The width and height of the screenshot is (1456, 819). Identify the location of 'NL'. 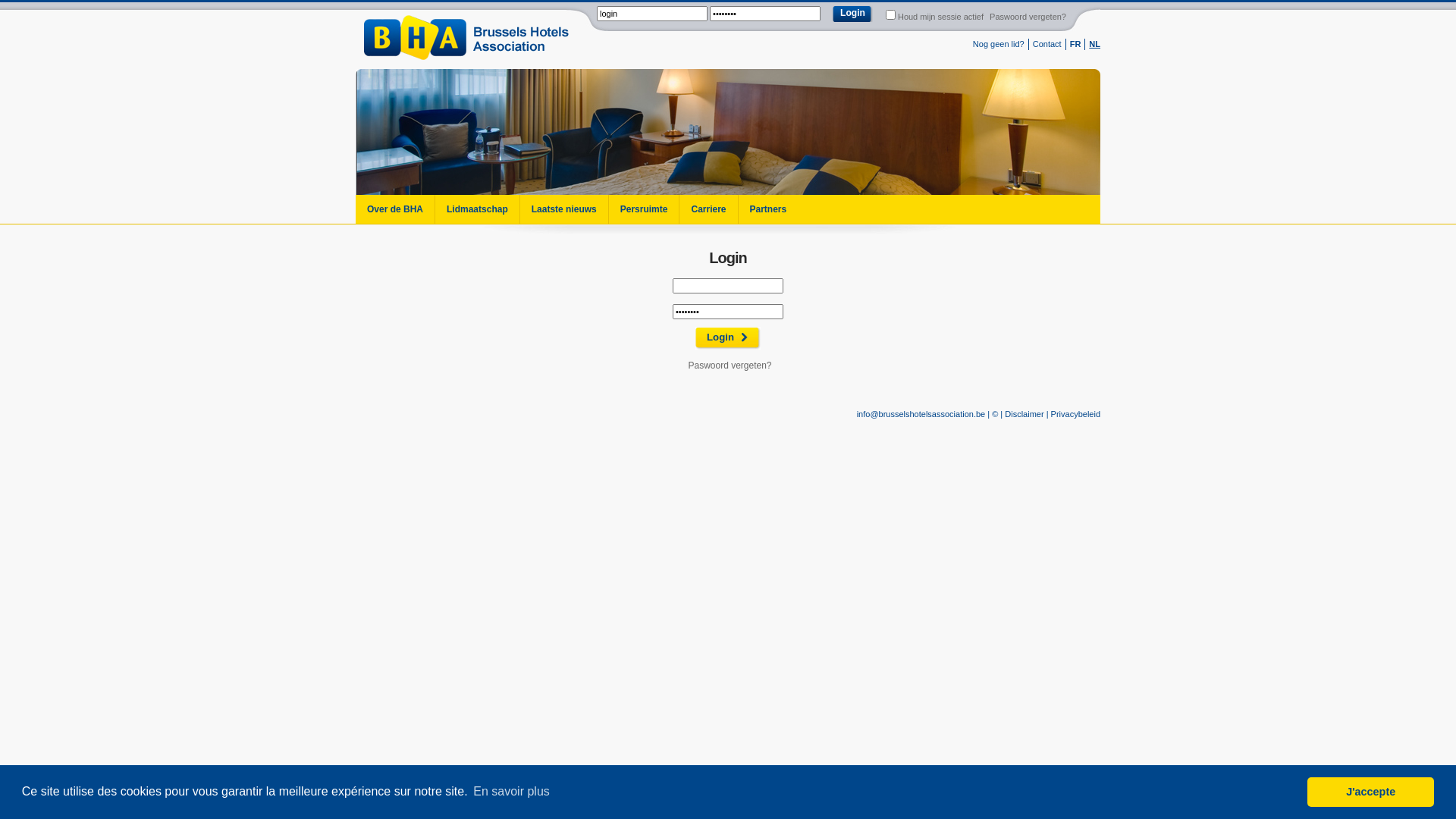
(1094, 42).